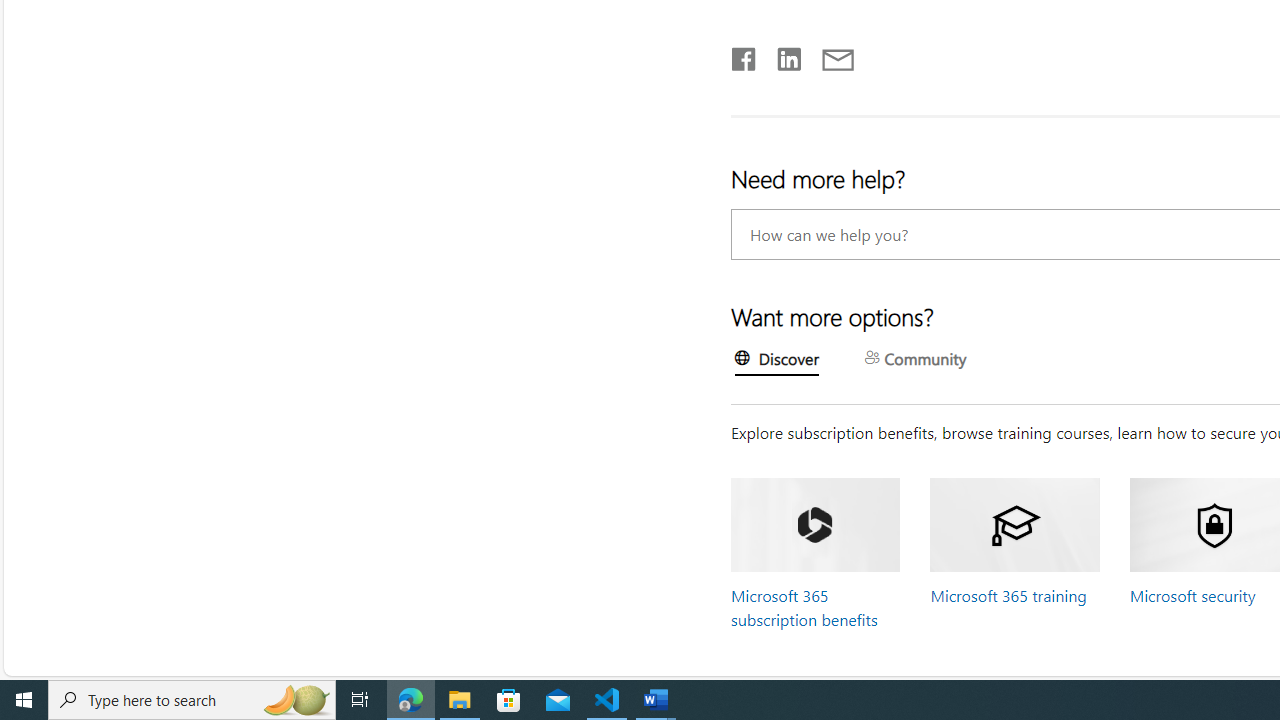 The width and height of the screenshot is (1280, 720). What do you see at coordinates (914, 360) in the screenshot?
I see `'Community'` at bounding box center [914, 360].